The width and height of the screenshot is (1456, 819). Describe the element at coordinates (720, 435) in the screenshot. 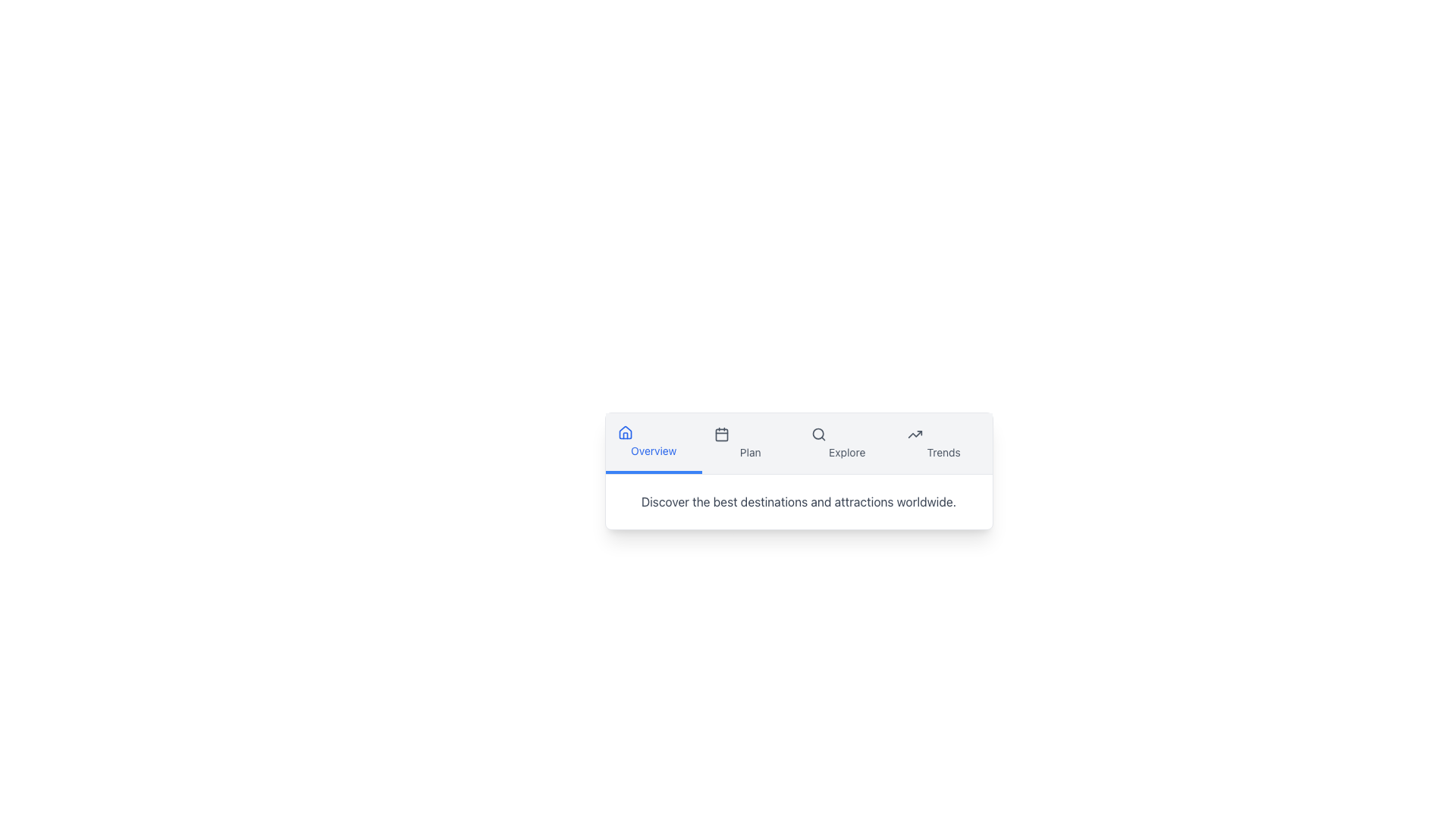

I see `the central rectangle of the calendar icon, which represents the calendar body where dates or events are displayed` at that location.